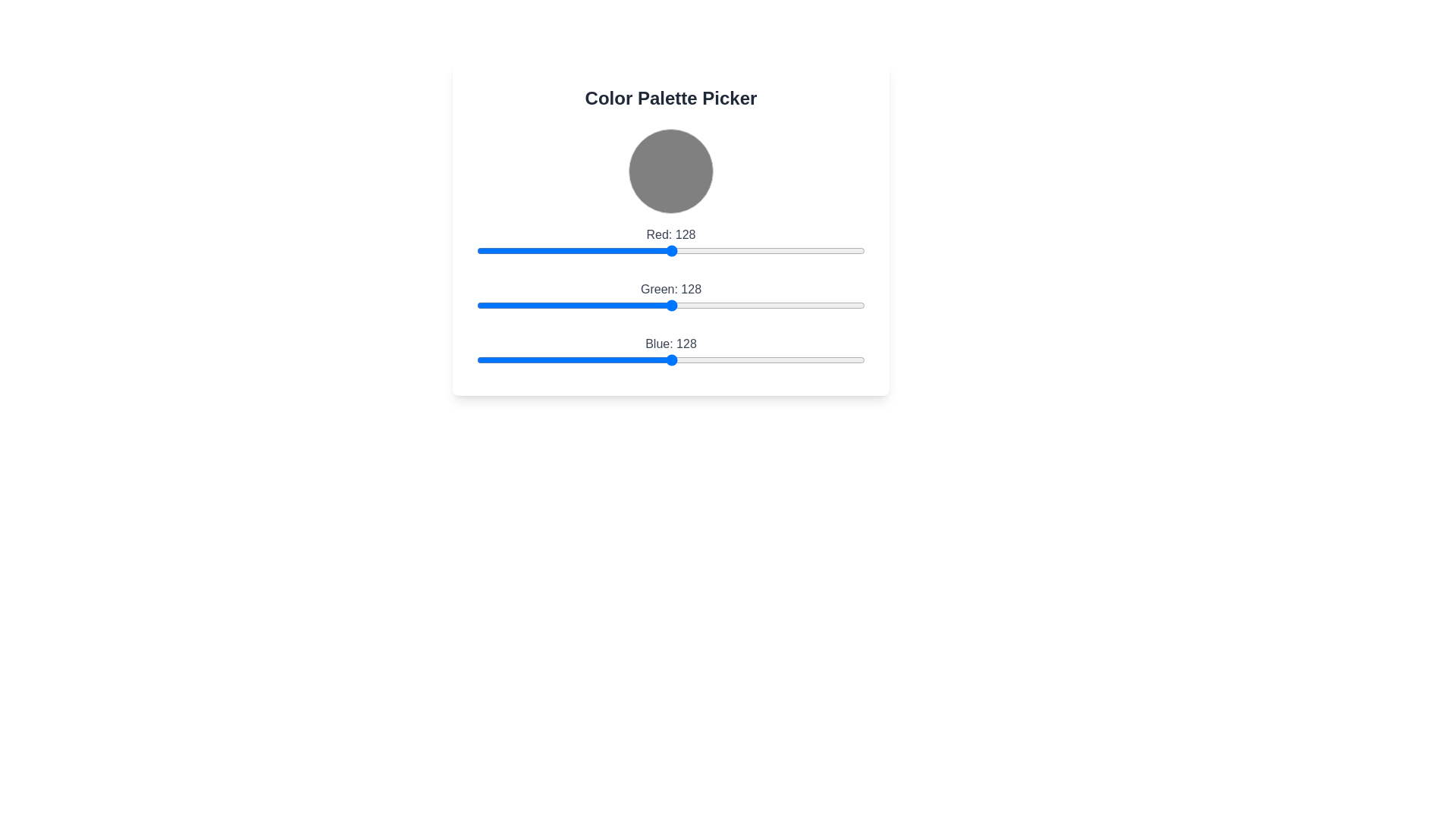 This screenshot has height=819, width=1456. What do you see at coordinates (731, 359) in the screenshot?
I see `the blue value` at bounding box center [731, 359].